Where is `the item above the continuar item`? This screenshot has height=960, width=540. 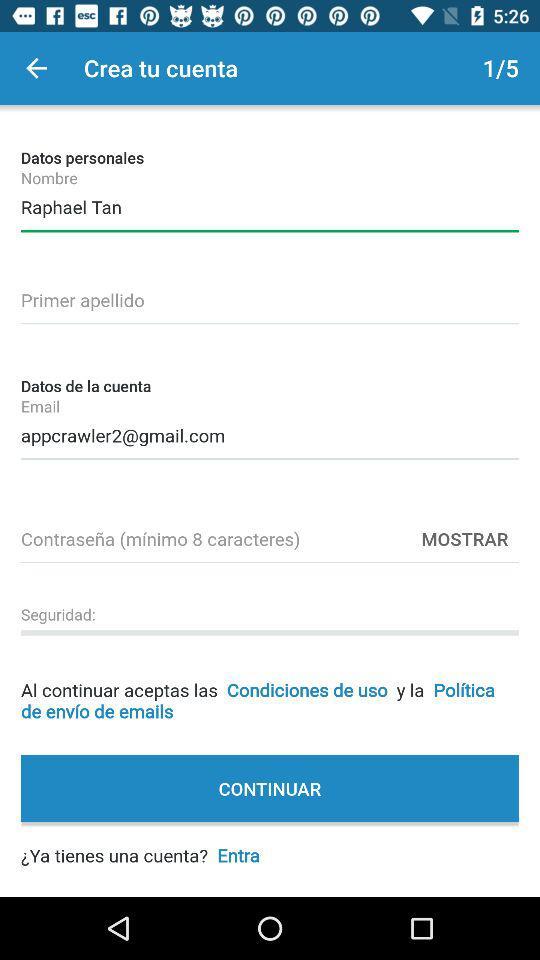 the item above the continuar item is located at coordinates (270, 684).